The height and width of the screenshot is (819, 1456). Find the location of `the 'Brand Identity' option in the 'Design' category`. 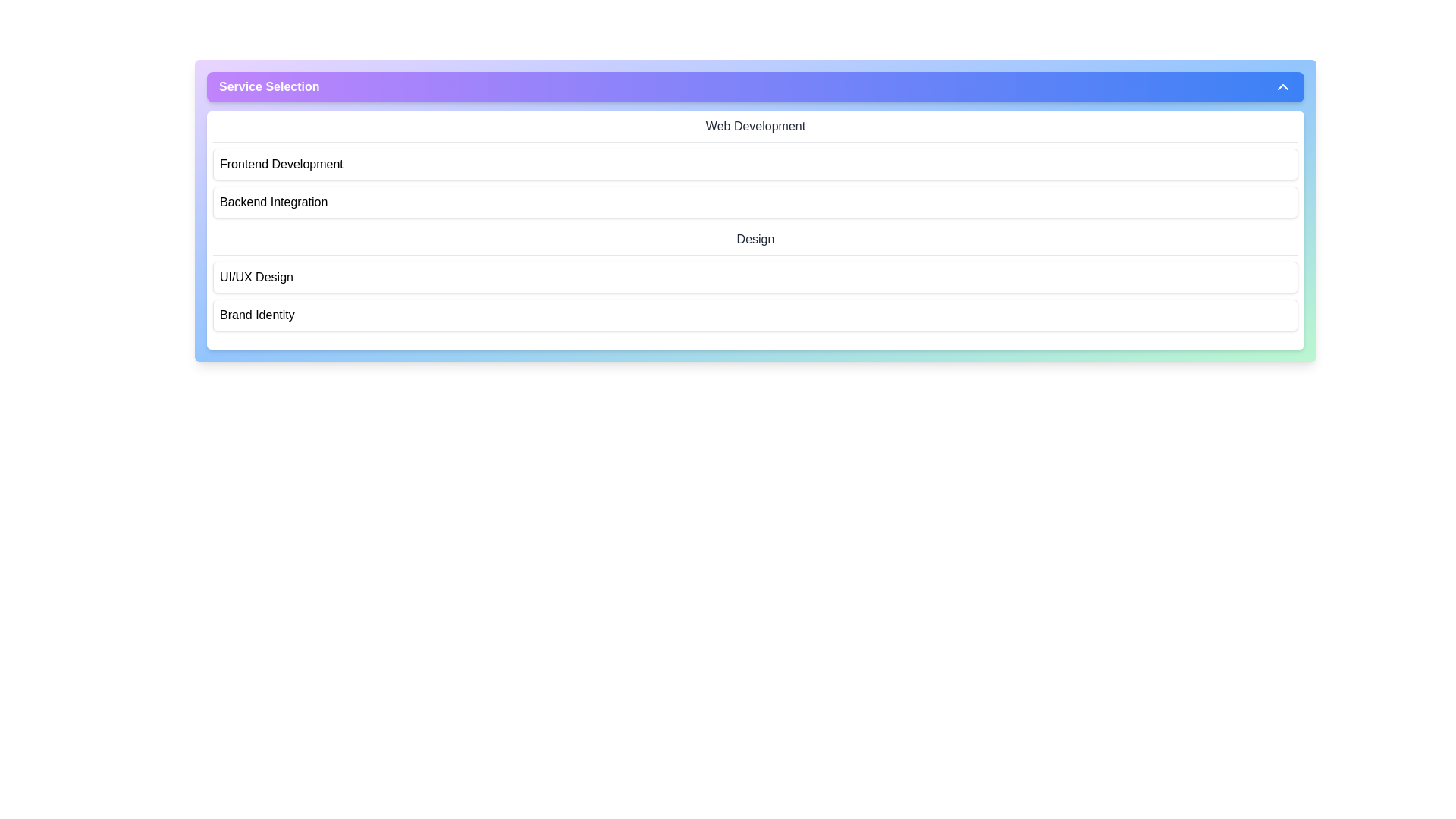

the 'Brand Identity' option in the 'Design' category is located at coordinates (755, 315).